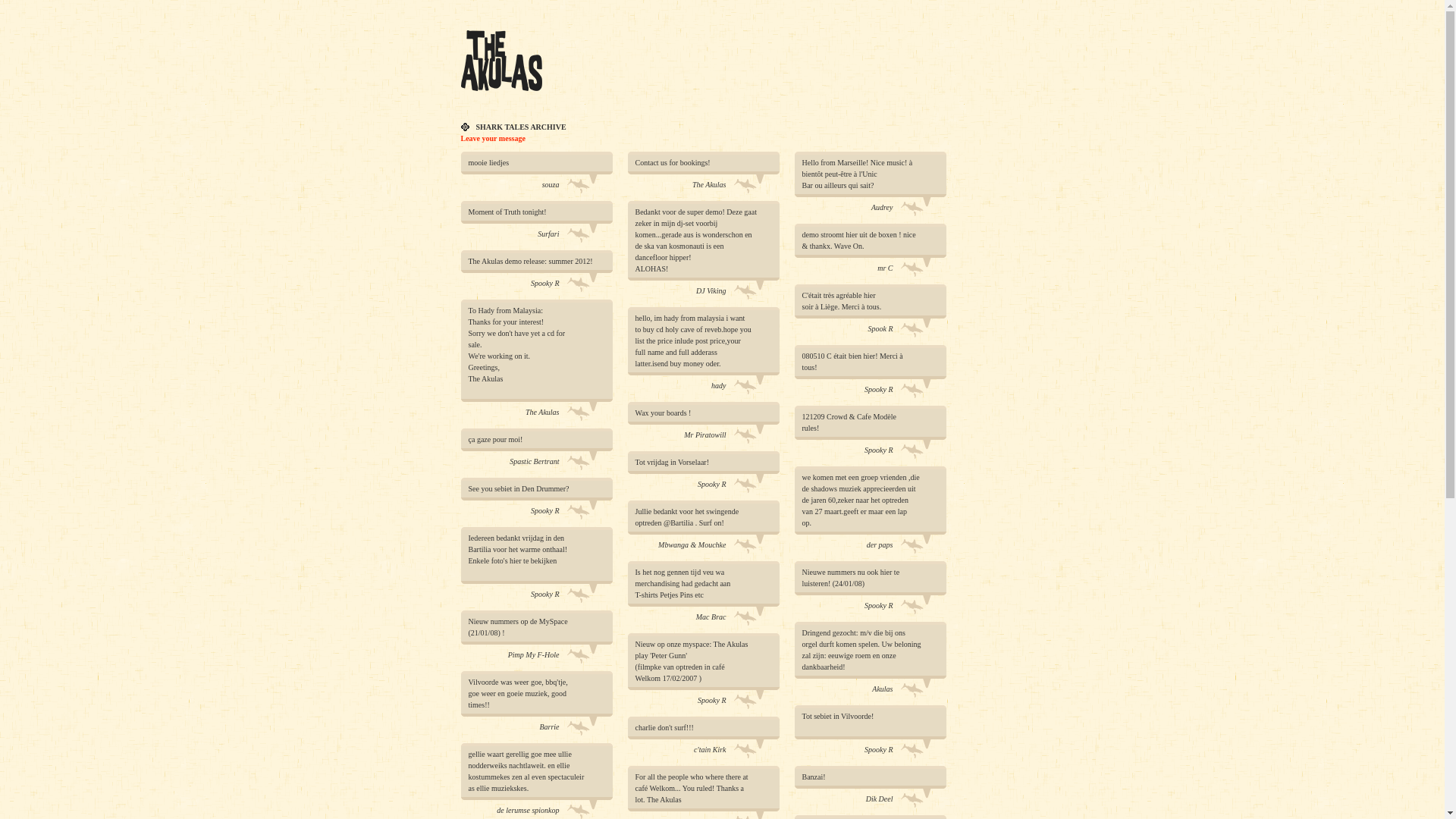 This screenshot has width=1456, height=819. What do you see at coordinates (493, 138) in the screenshot?
I see `'Leave your message'` at bounding box center [493, 138].